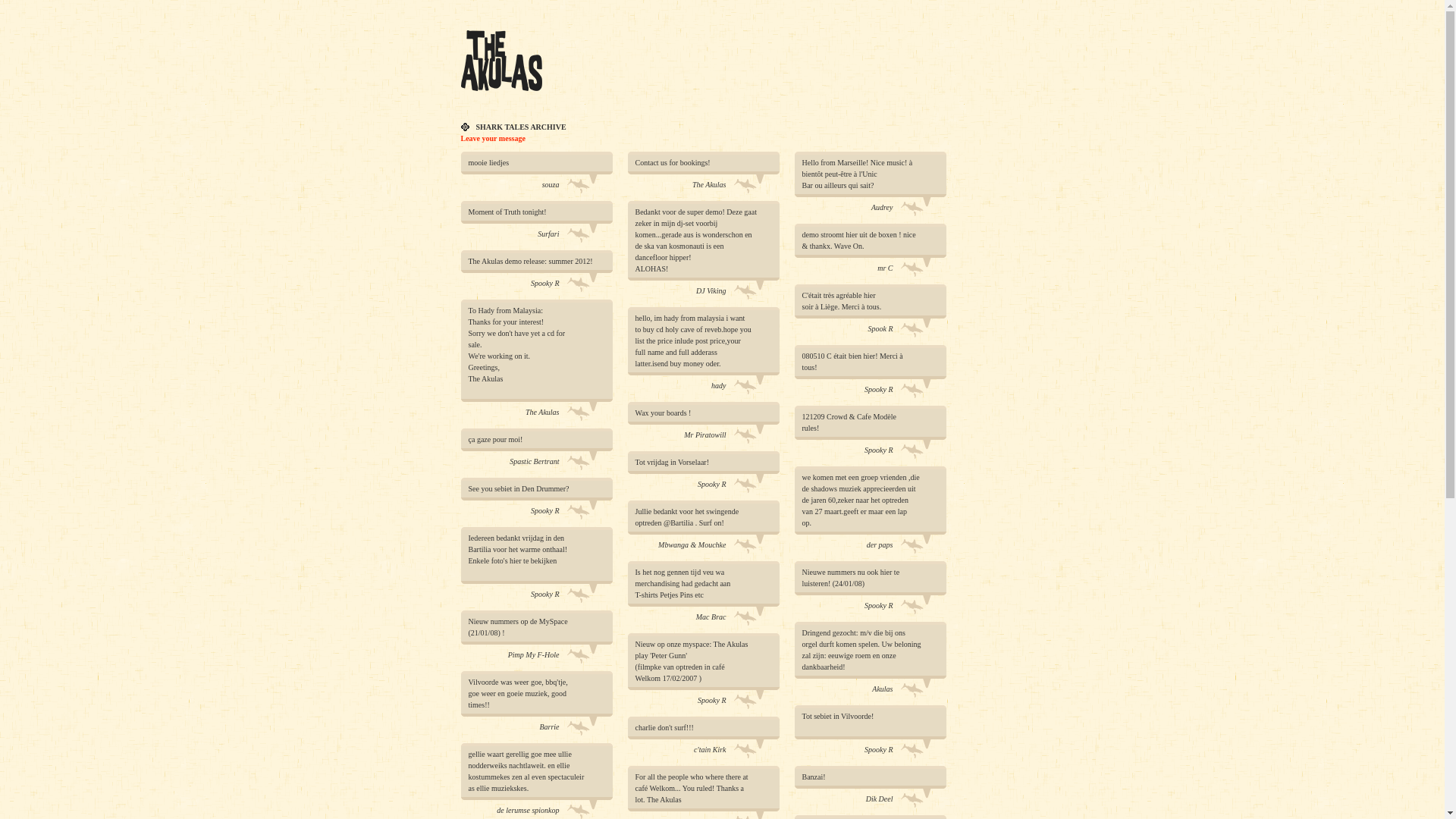 This screenshot has width=1456, height=819. What do you see at coordinates (493, 138) in the screenshot?
I see `'Leave your message'` at bounding box center [493, 138].